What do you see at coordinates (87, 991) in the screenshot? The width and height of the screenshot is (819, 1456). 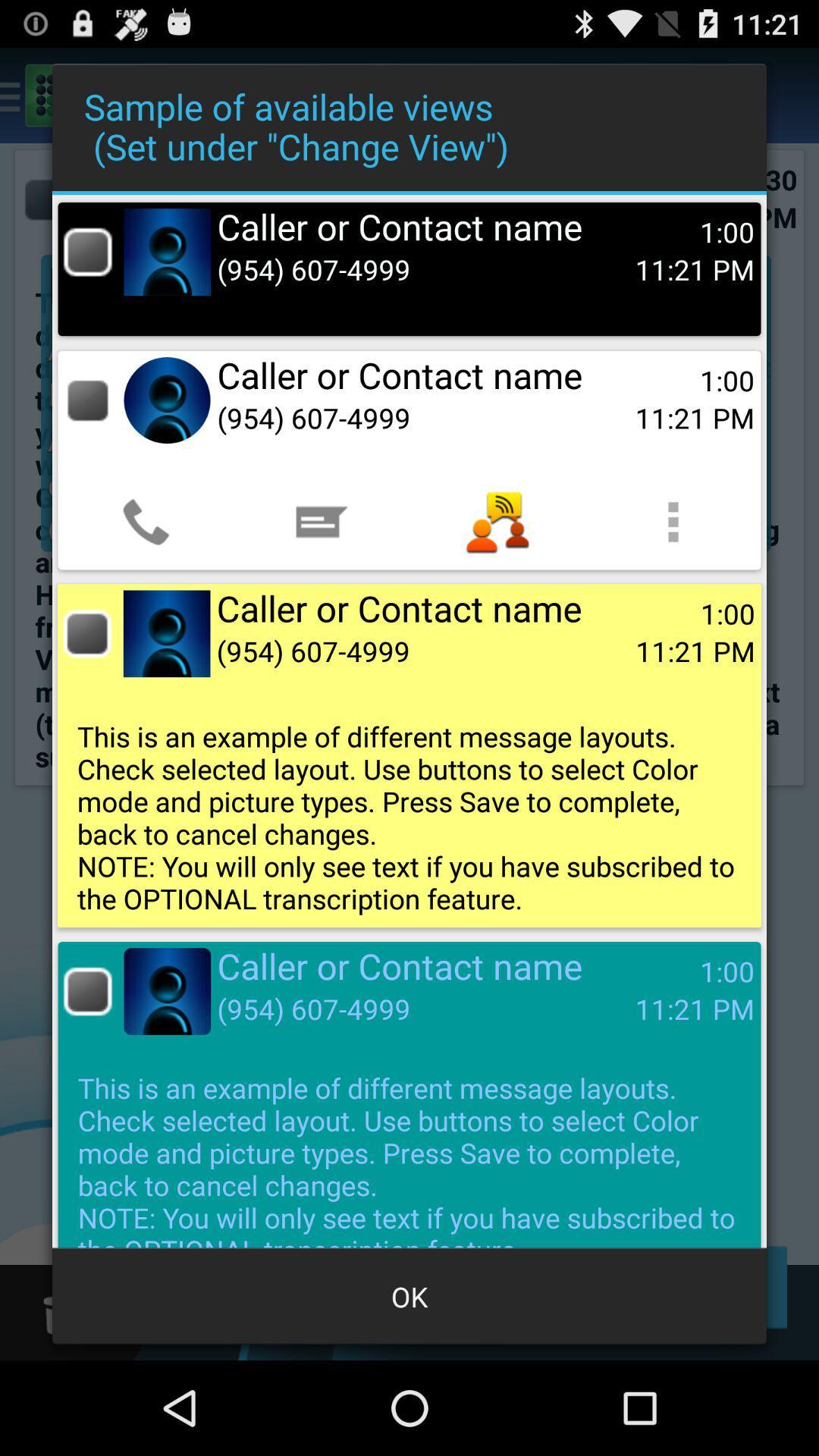 I see `check the option` at bounding box center [87, 991].